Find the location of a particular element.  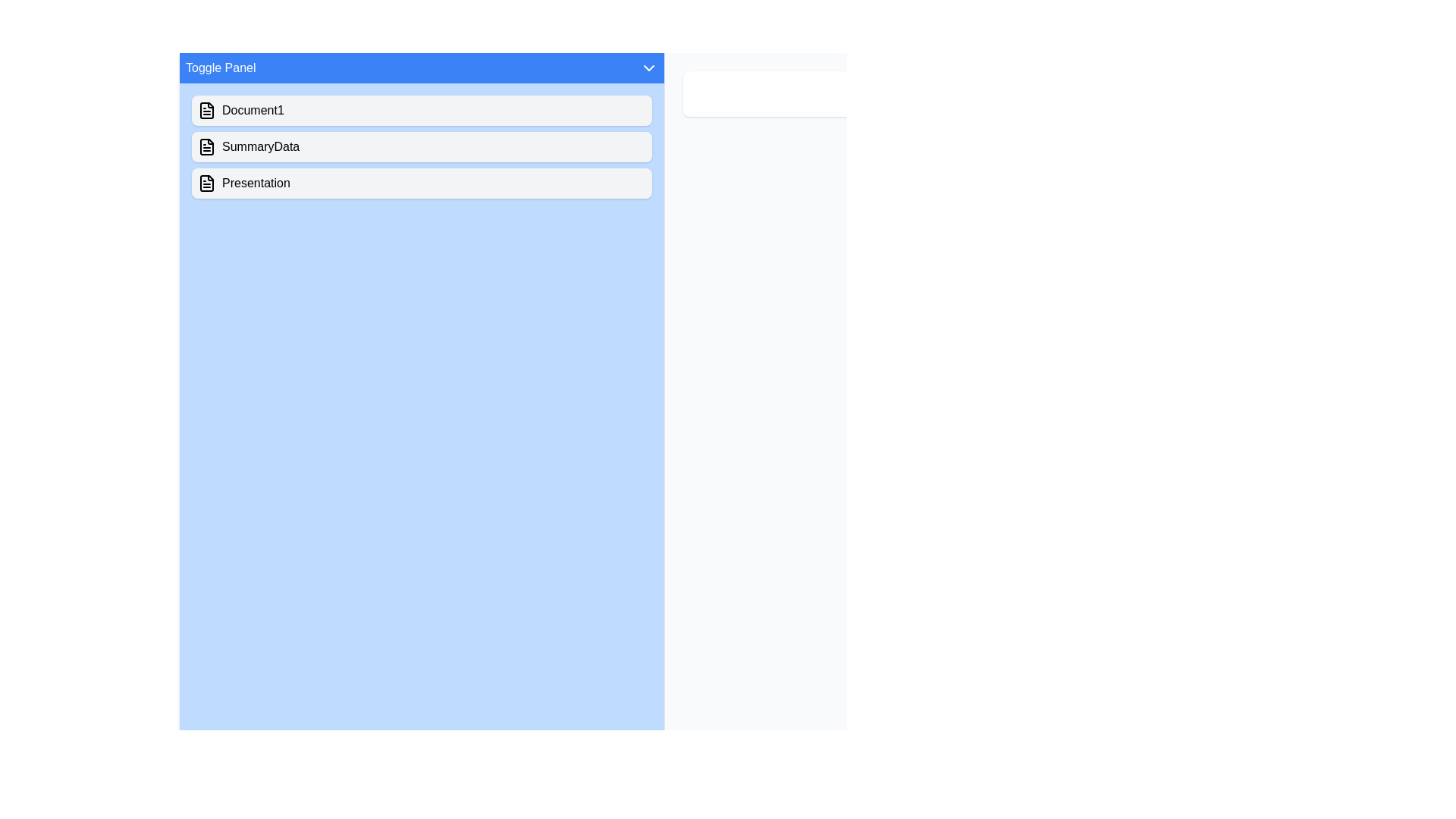

the file icon, which is a minimalist black icon on a white background, positioned to the left of the text 'Document1' in the vertically aligned list under the 'Toggle Panel' header is located at coordinates (206, 110).